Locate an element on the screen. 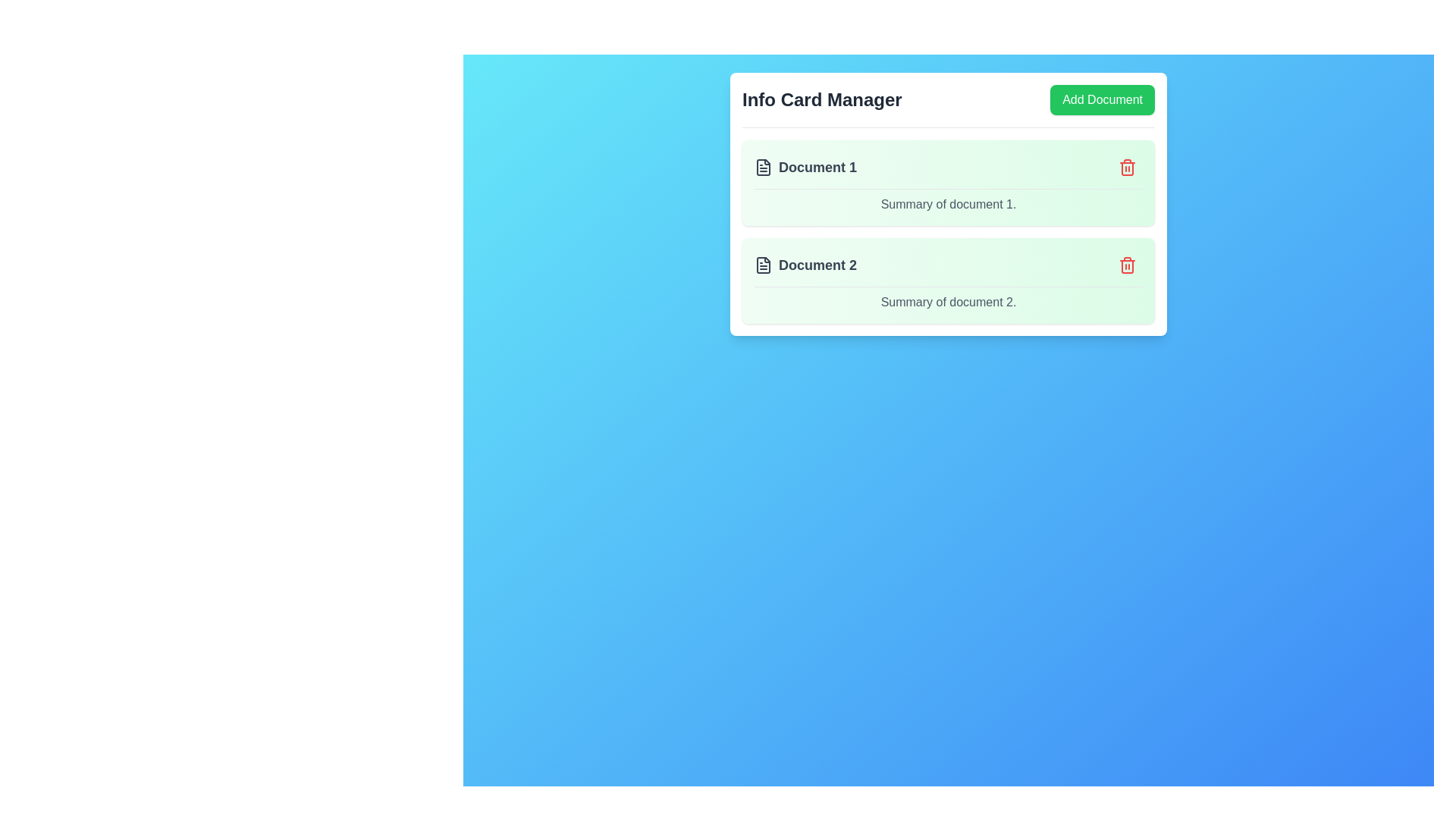  the delete button located on the far-right side of the 'Document 1' item in the list is located at coordinates (1128, 167).